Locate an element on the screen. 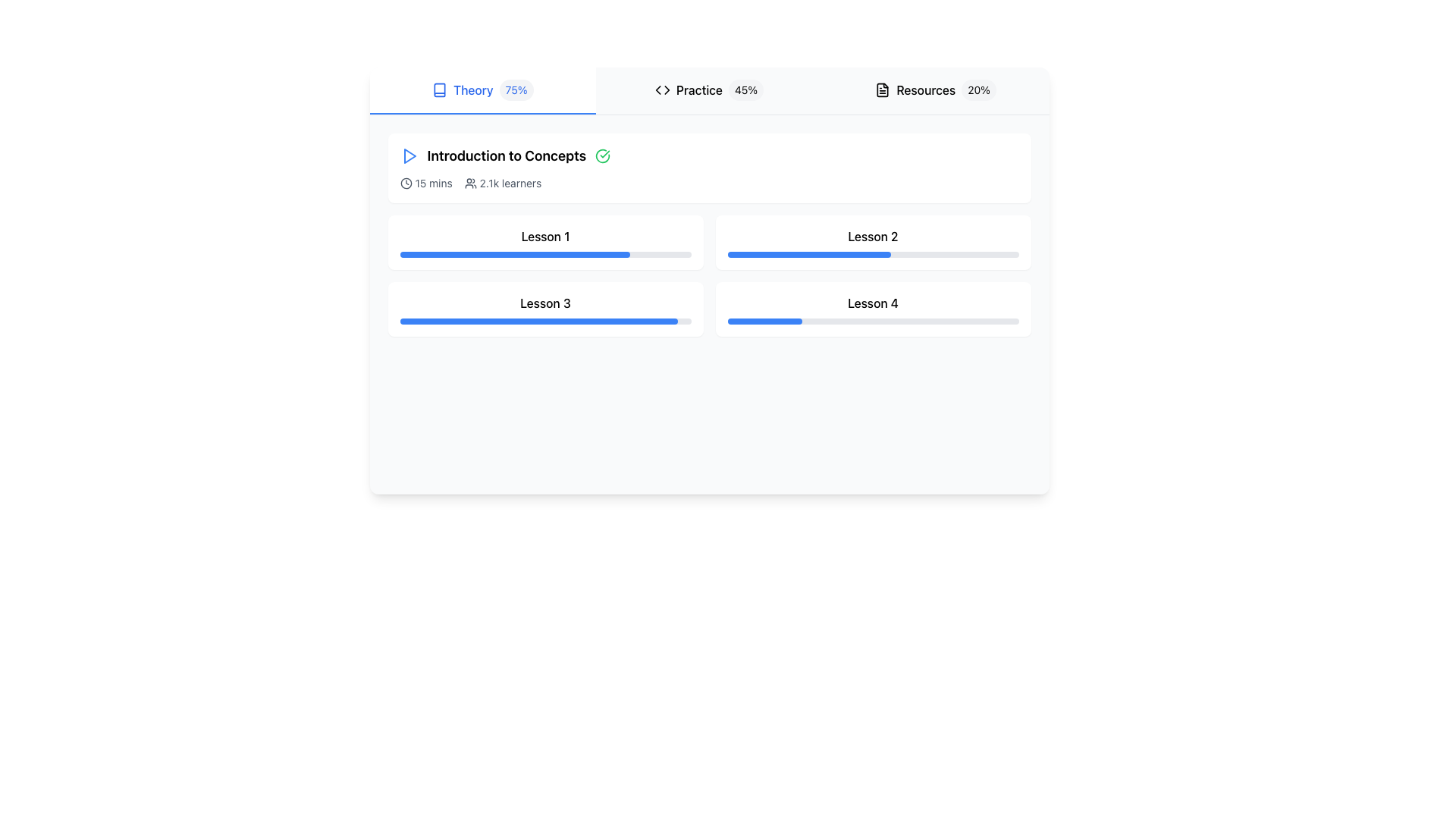  the blue progress bar located under 'Lesson 2' in the second row of the grid layout, which is approximately halfway filled within its gray background is located at coordinates (808, 253).